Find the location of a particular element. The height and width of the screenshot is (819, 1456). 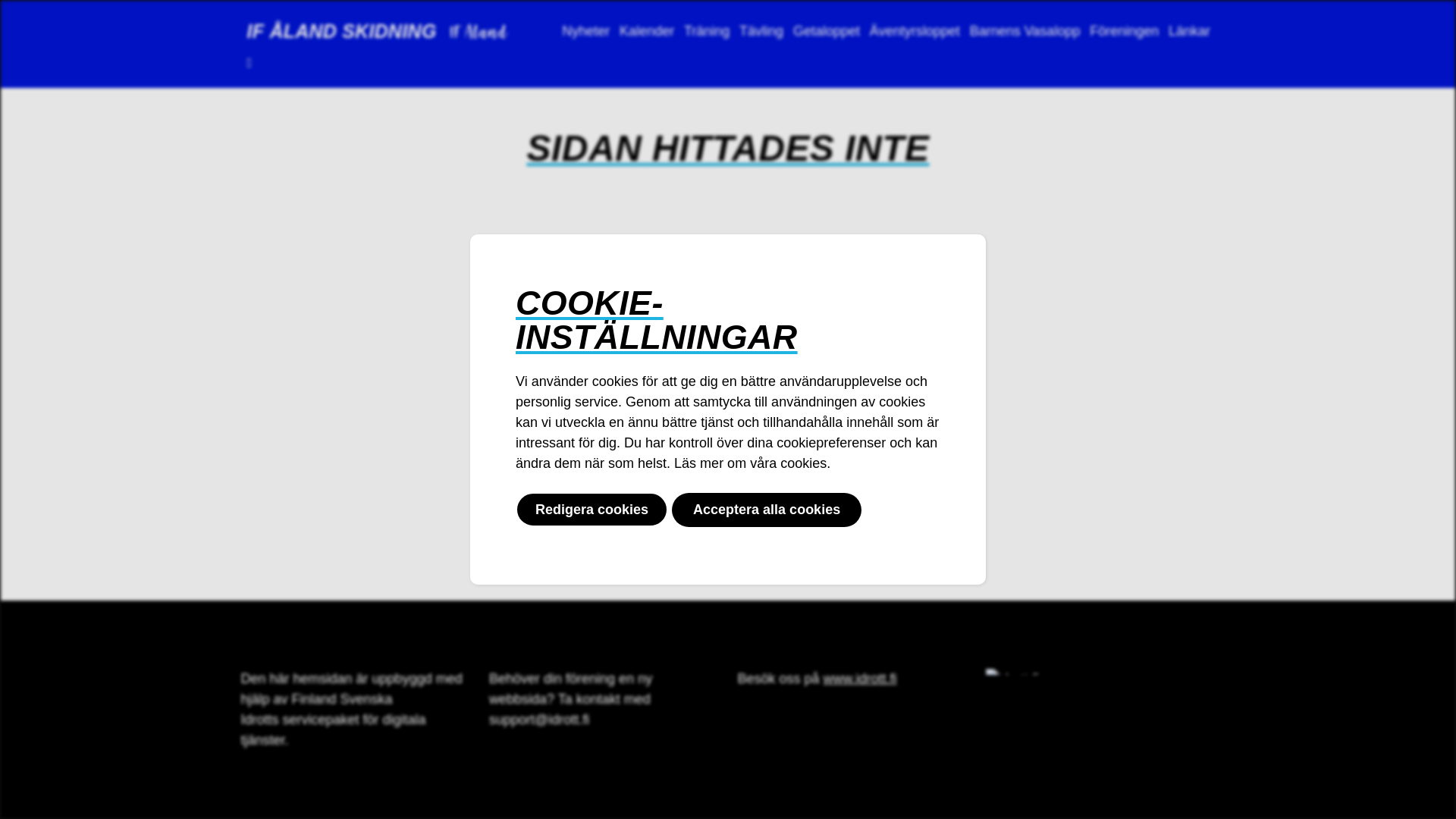

'Acceptera alla cookies' is located at coordinates (767, 510).